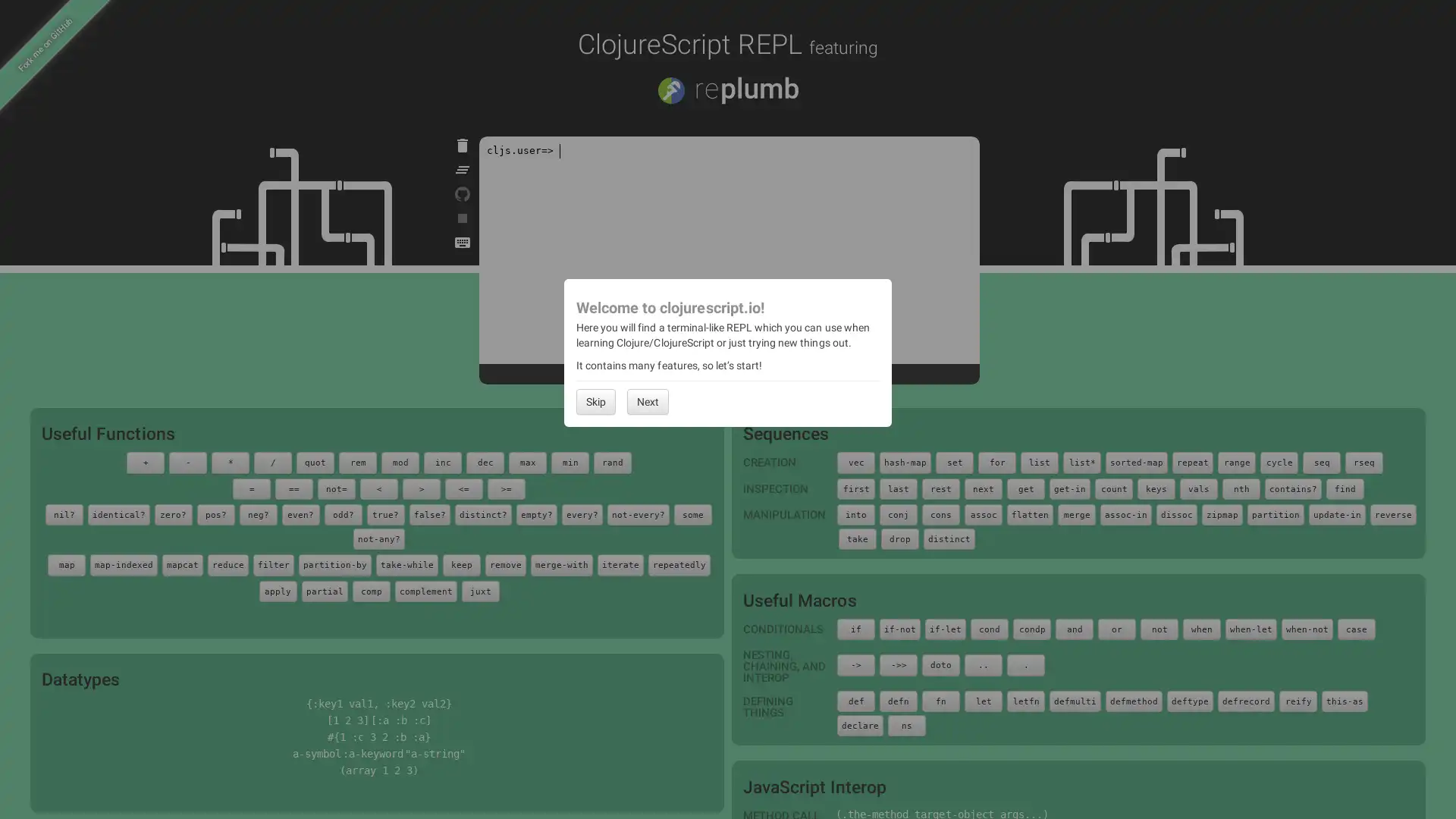  I want to click on even?, so click(300, 513).